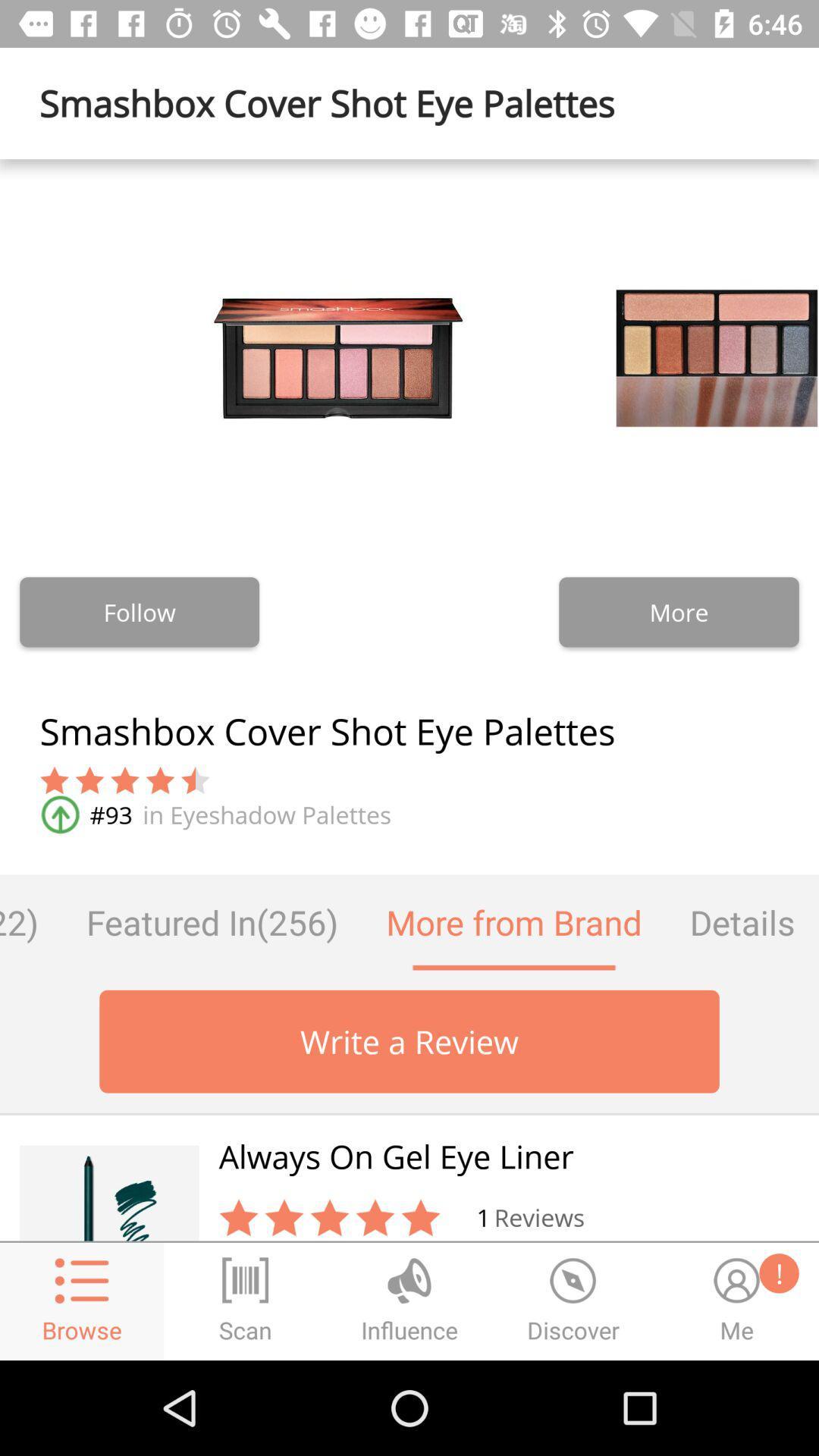 The image size is (819, 1456). What do you see at coordinates (742, 921) in the screenshot?
I see `item above write a review` at bounding box center [742, 921].